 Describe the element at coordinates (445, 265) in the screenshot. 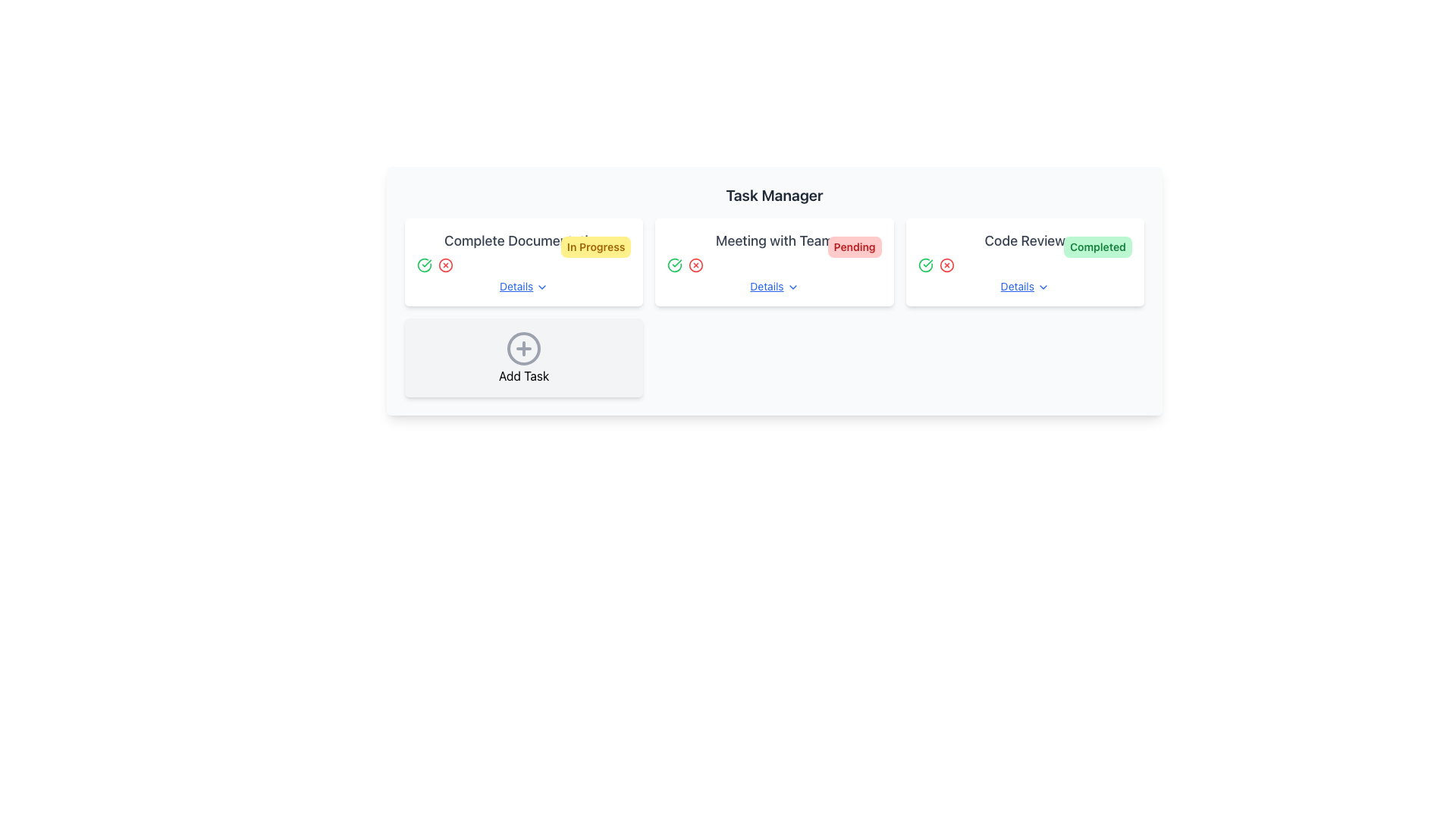

I see `the red circular button with an 'X' symbol inside it, located in the first task card labeled 'Complete Document', positioned to the right of the green checkmark icon` at that location.